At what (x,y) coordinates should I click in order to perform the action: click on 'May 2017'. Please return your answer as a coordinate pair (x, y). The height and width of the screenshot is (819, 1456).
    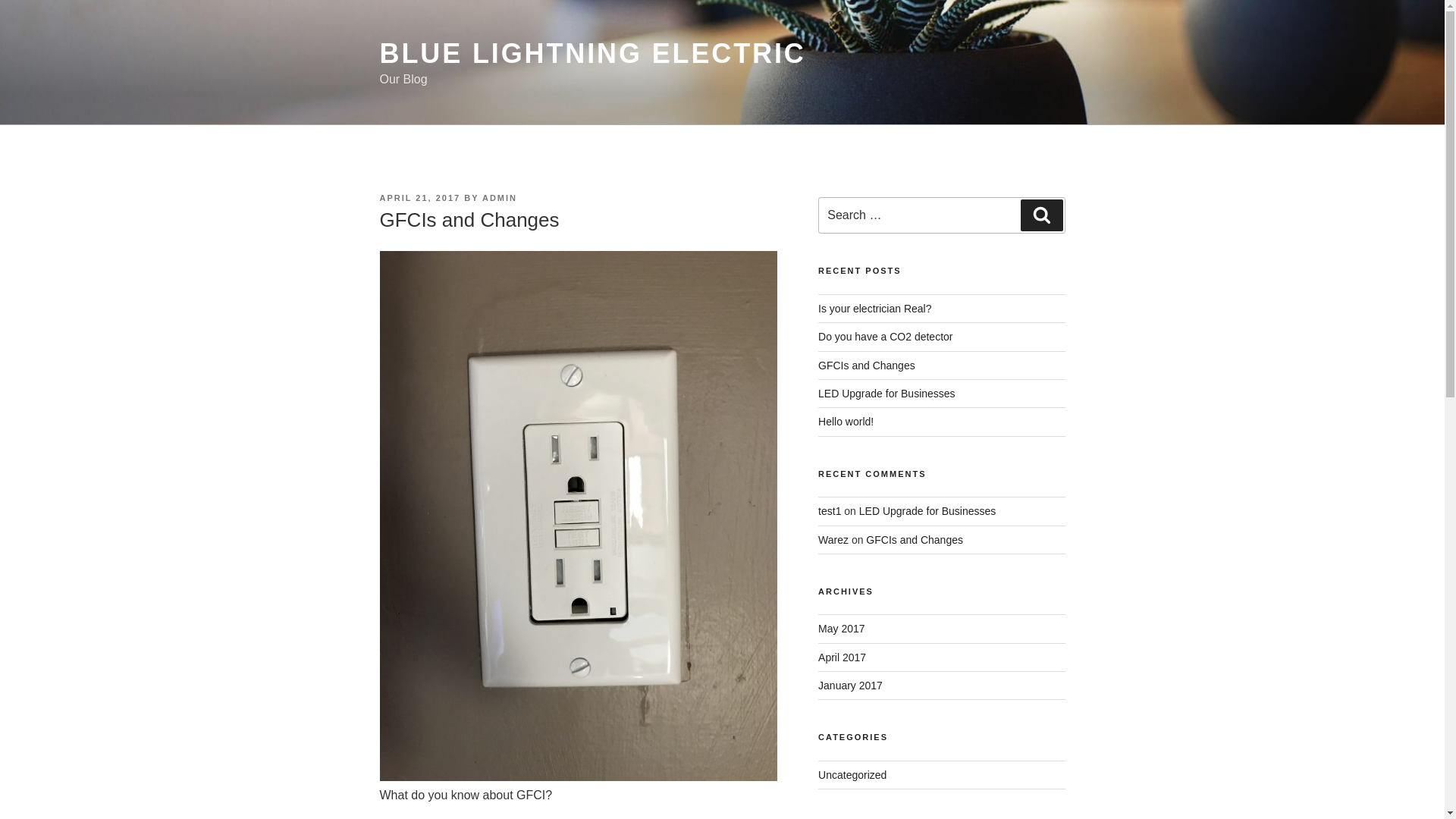
    Looking at the image, I should click on (840, 629).